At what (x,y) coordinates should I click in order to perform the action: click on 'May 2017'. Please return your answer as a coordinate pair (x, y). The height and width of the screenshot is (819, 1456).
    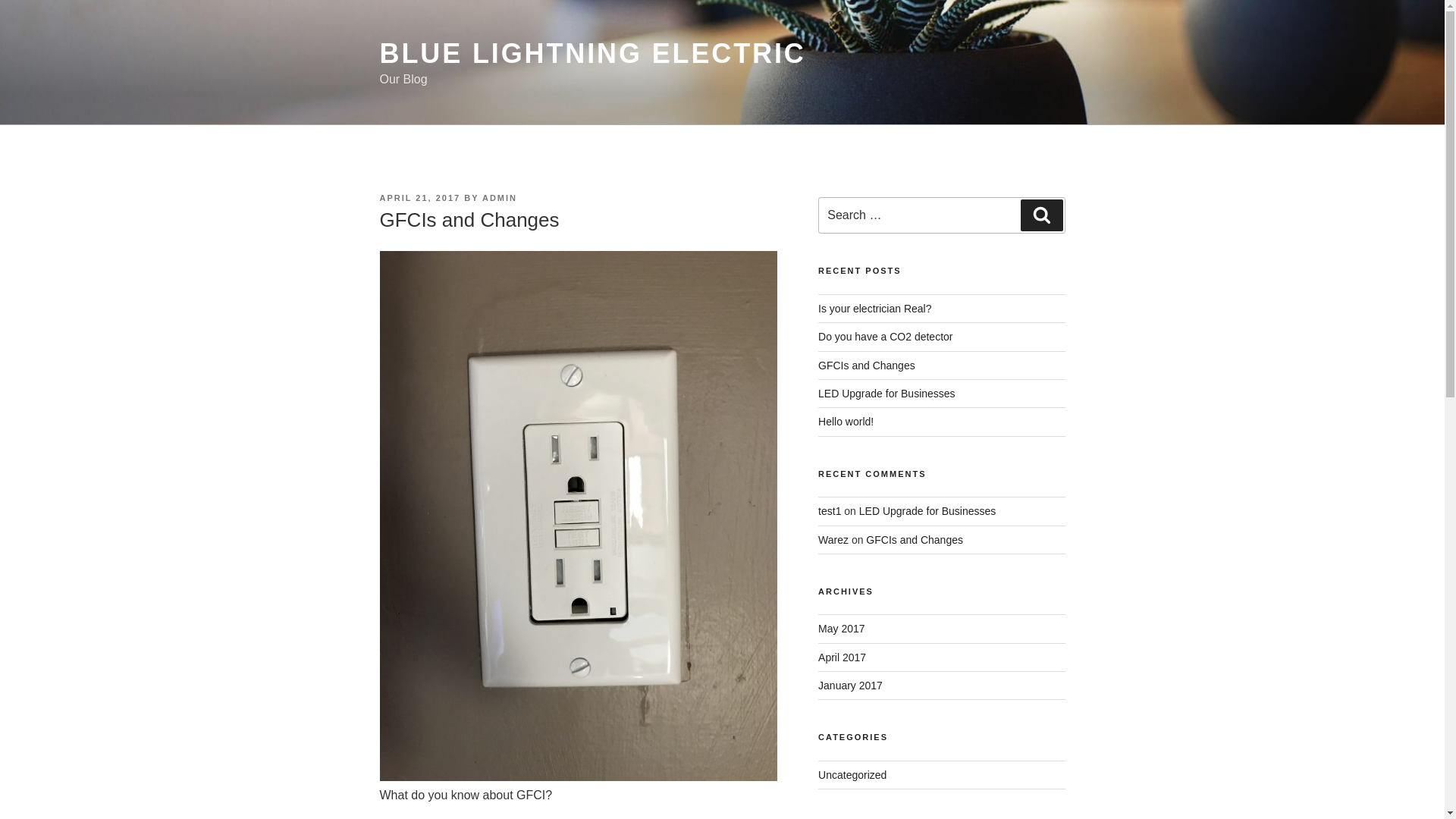
    Looking at the image, I should click on (840, 629).